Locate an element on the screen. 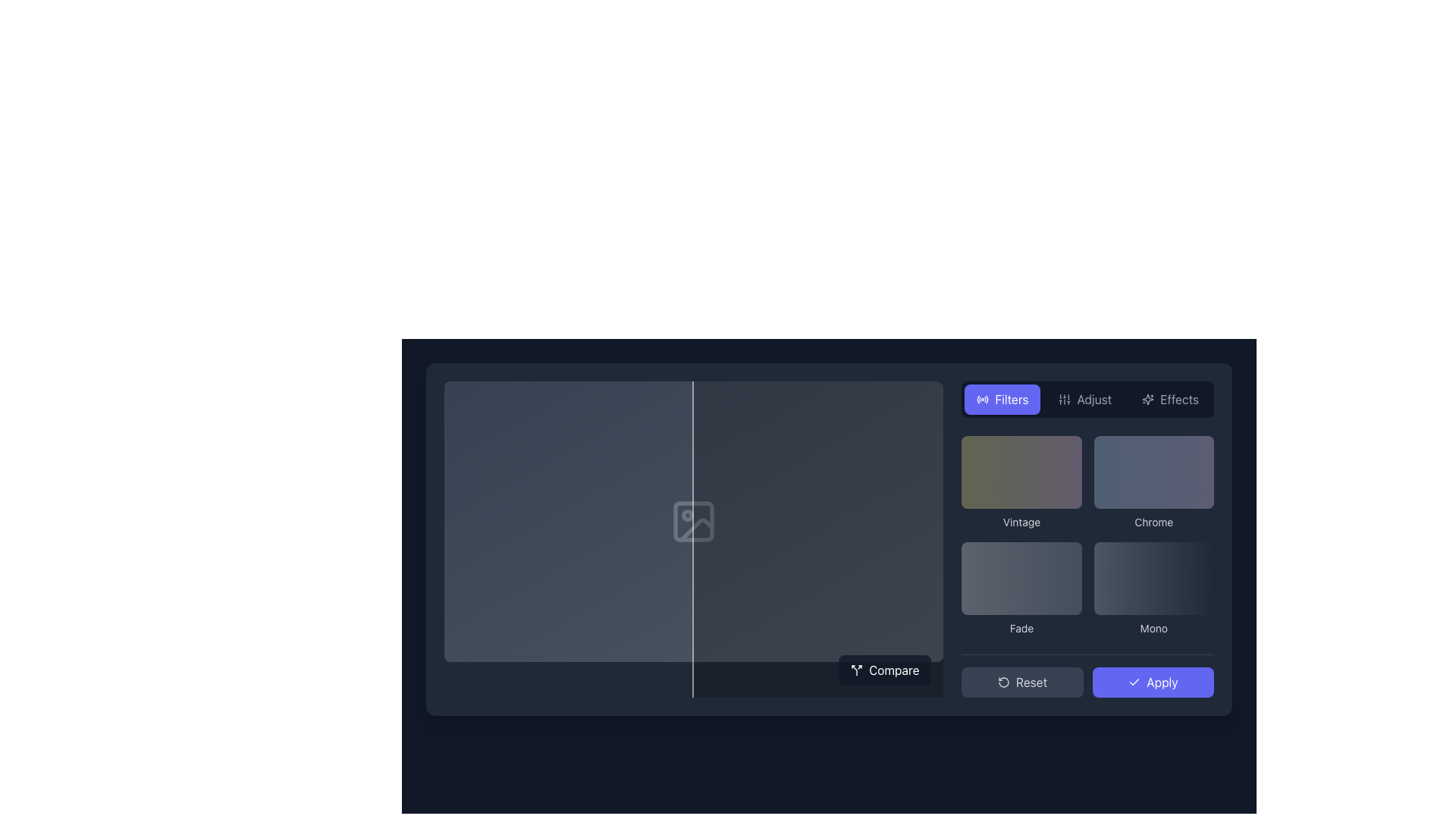 The image size is (1456, 819). the SVG icon of a counterclockwise arrow within the 'Reset' button located in the bottom-right corner of the interface is located at coordinates (1004, 681).